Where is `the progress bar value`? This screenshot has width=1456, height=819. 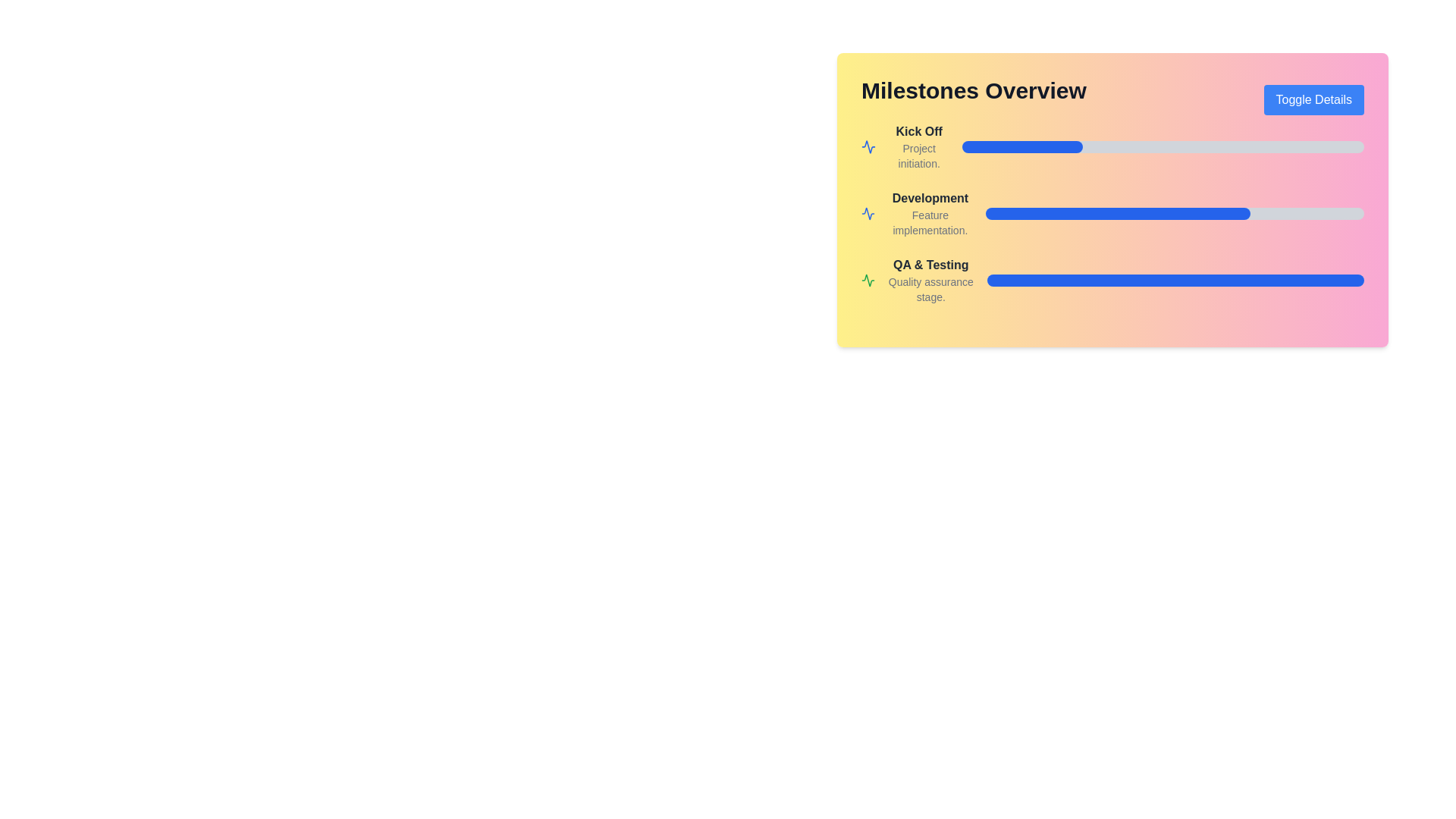 the progress bar value is located at coordinates (1178, 281).